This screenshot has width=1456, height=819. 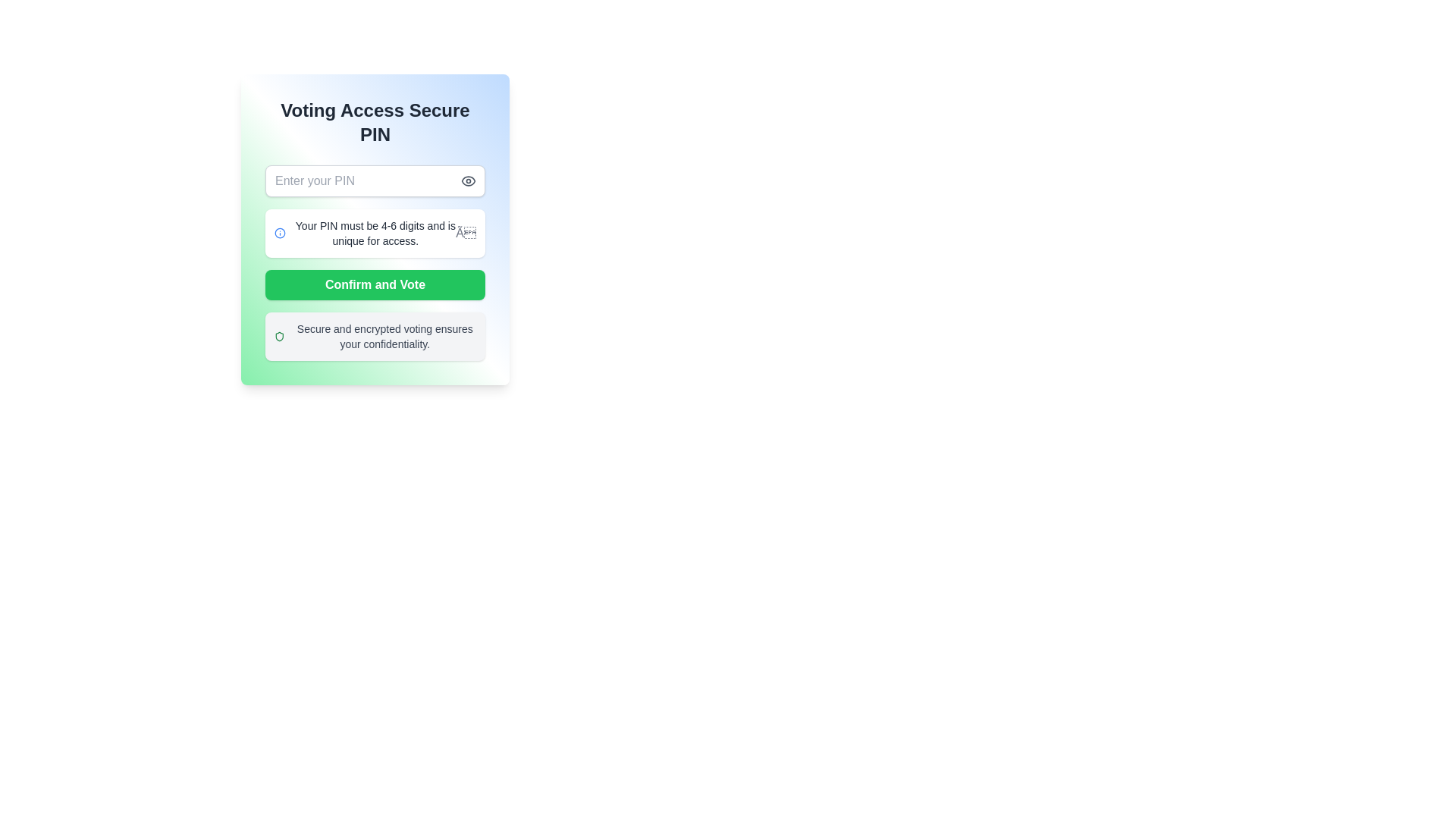 I want to click on the secure and encrypted voting icon located under the 'Confirm and Vote' button and to the left of the label stating 'Secure and encrypted voting ensures your confidentiality.', so click(x=279, y=335).